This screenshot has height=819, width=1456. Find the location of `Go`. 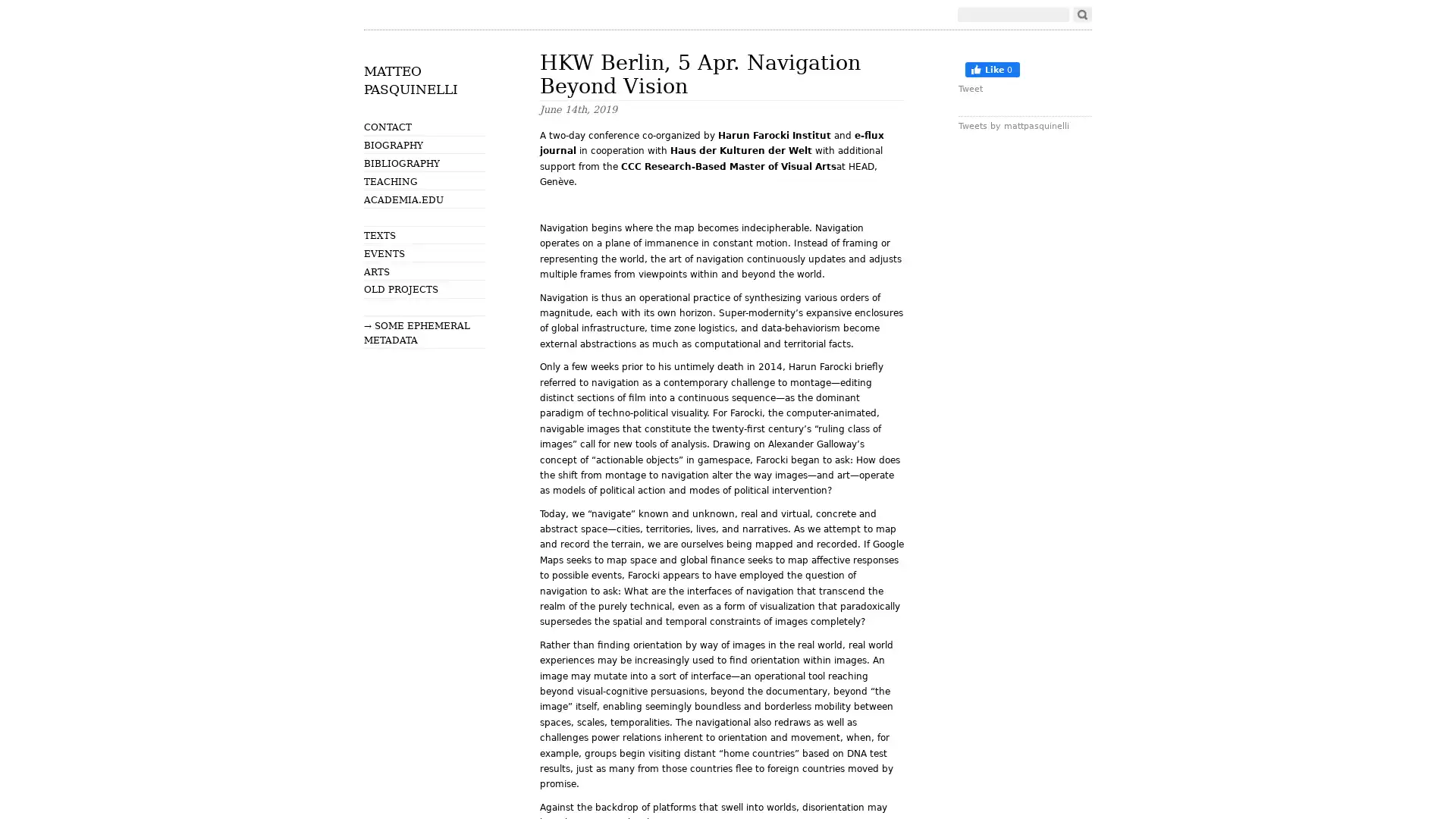

Go is located at coordinates (1081, 14).